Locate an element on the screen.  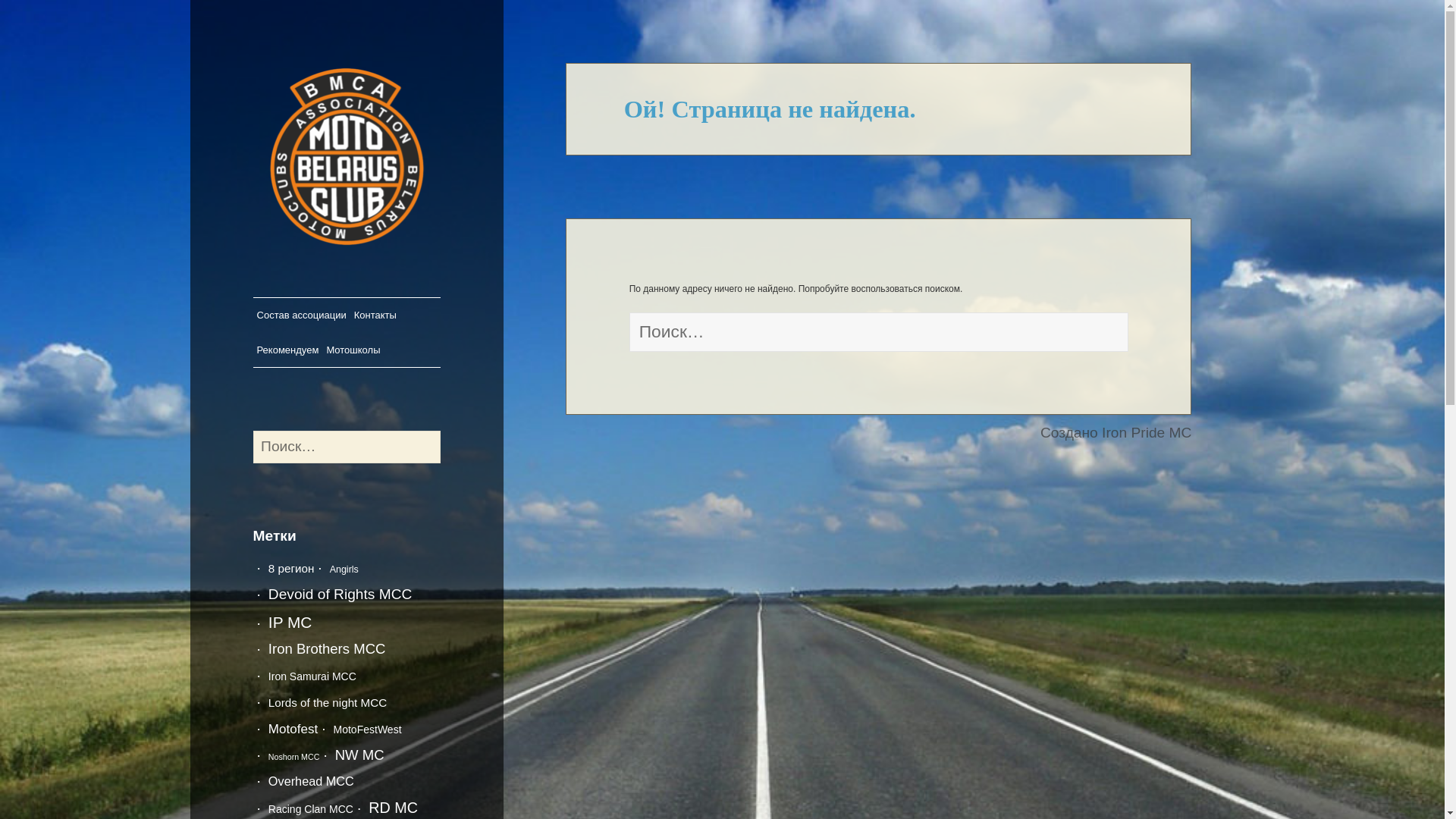
'Angirls' is located at coordinates (344, 570).